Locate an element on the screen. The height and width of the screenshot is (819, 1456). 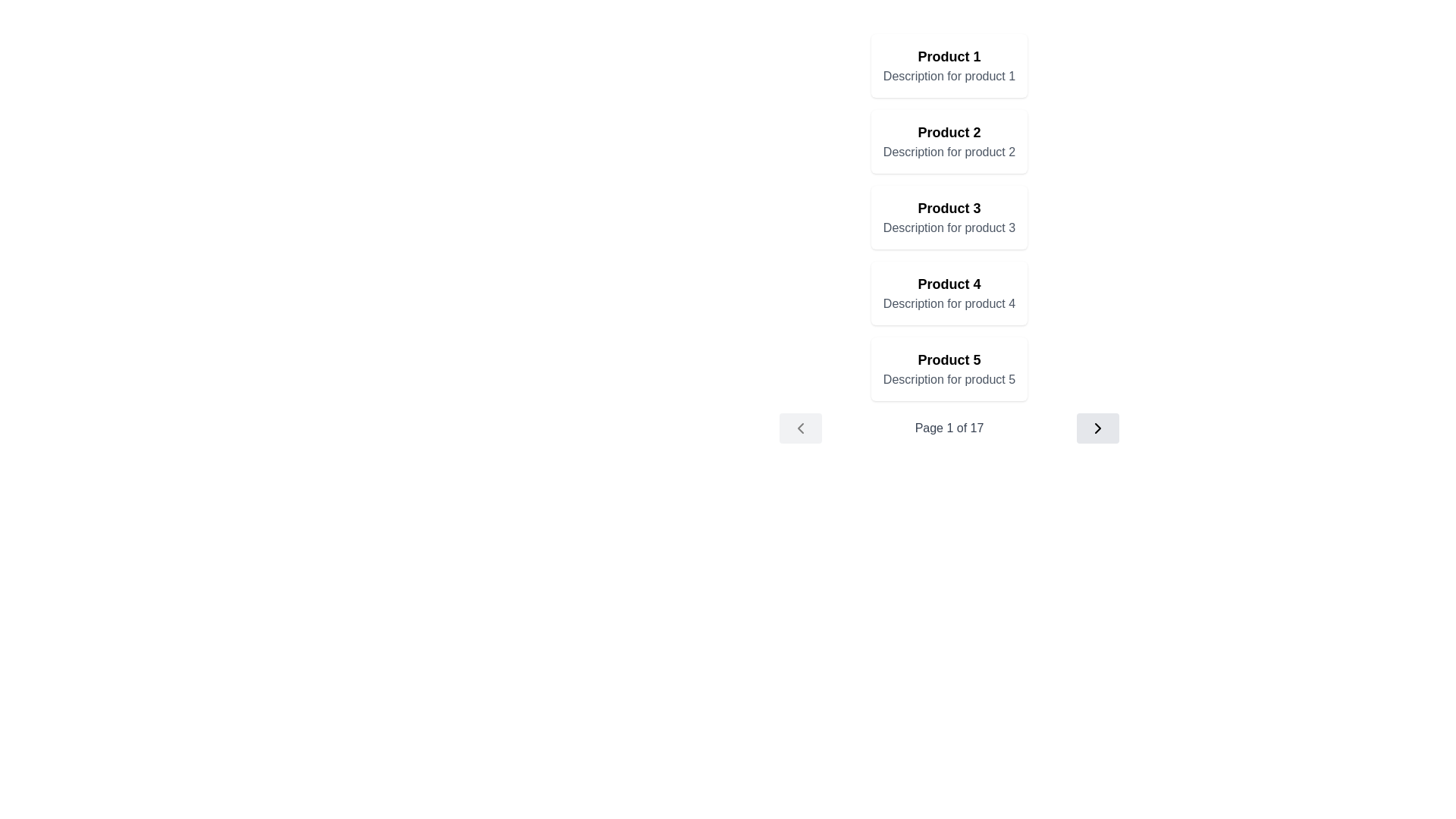
text label displaying 'Page 1 of 17', which is styled in gray color and positioned in the center of the navigation bar below the product list is located at coordinates (949, 428).